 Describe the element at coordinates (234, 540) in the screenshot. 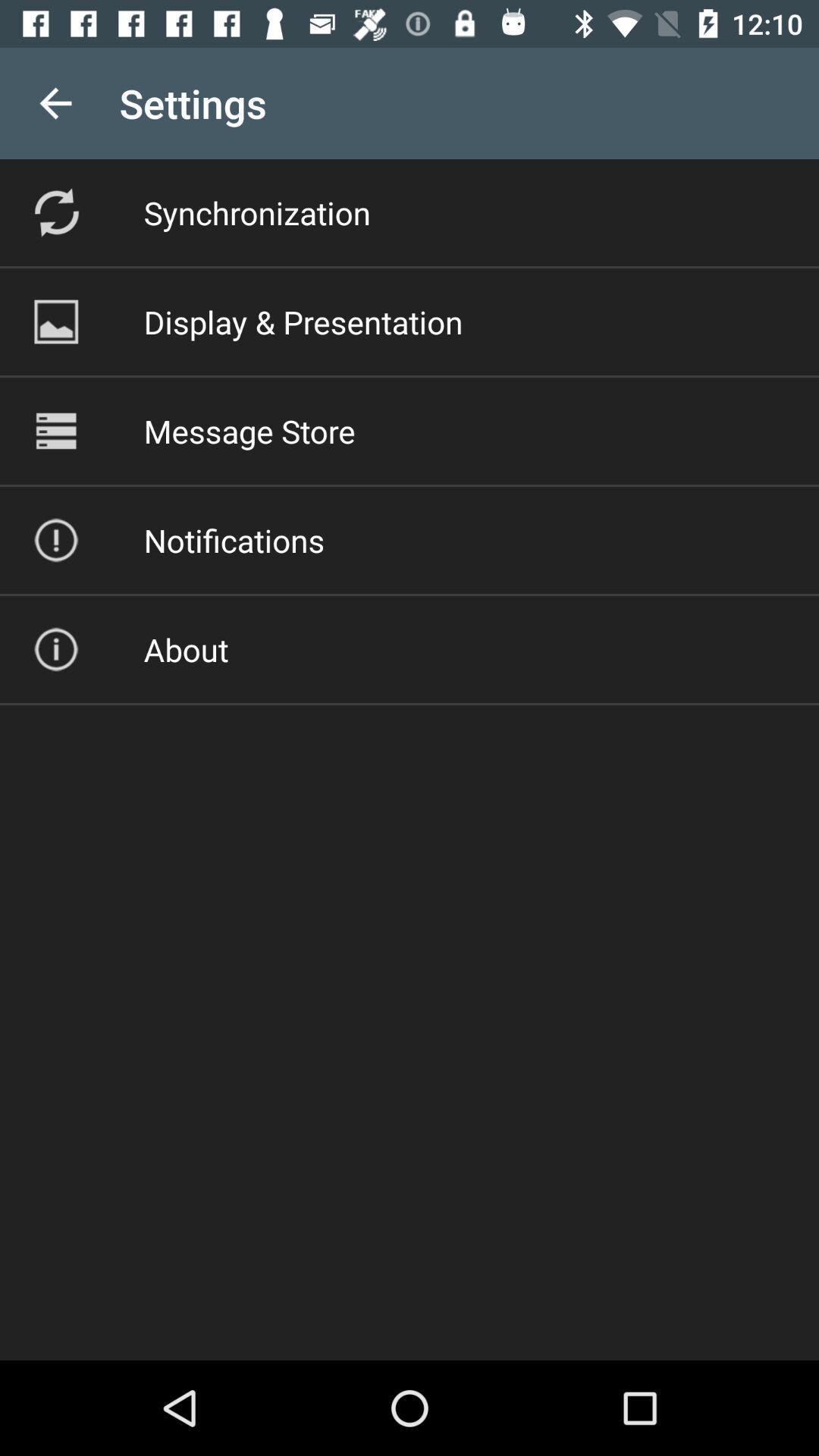

I see `the icon above about icon` at that location.